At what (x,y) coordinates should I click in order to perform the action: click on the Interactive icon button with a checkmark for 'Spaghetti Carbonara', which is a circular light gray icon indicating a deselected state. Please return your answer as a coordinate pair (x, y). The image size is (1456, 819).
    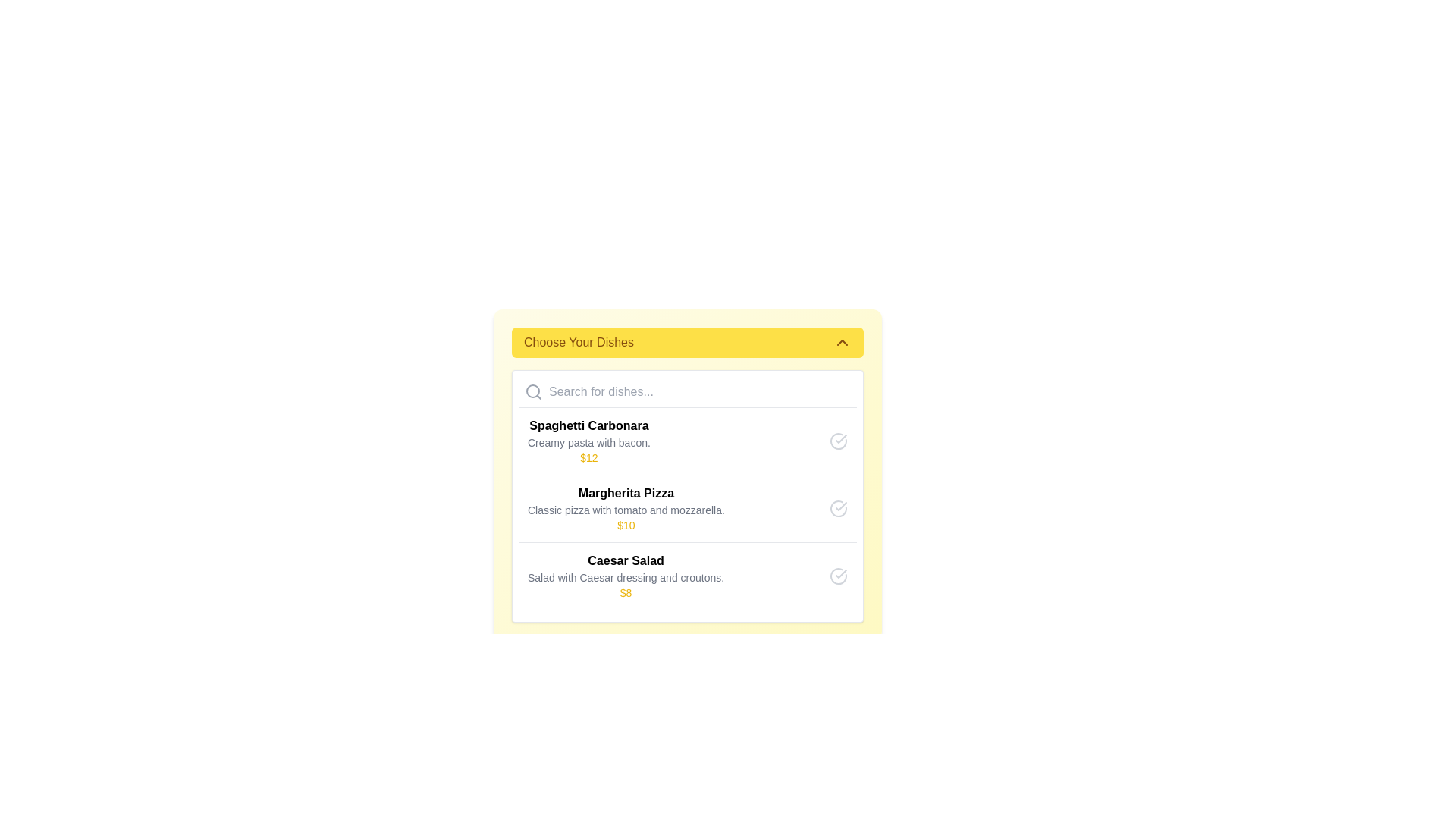
    Looking at the image, I should click on (837, 441).